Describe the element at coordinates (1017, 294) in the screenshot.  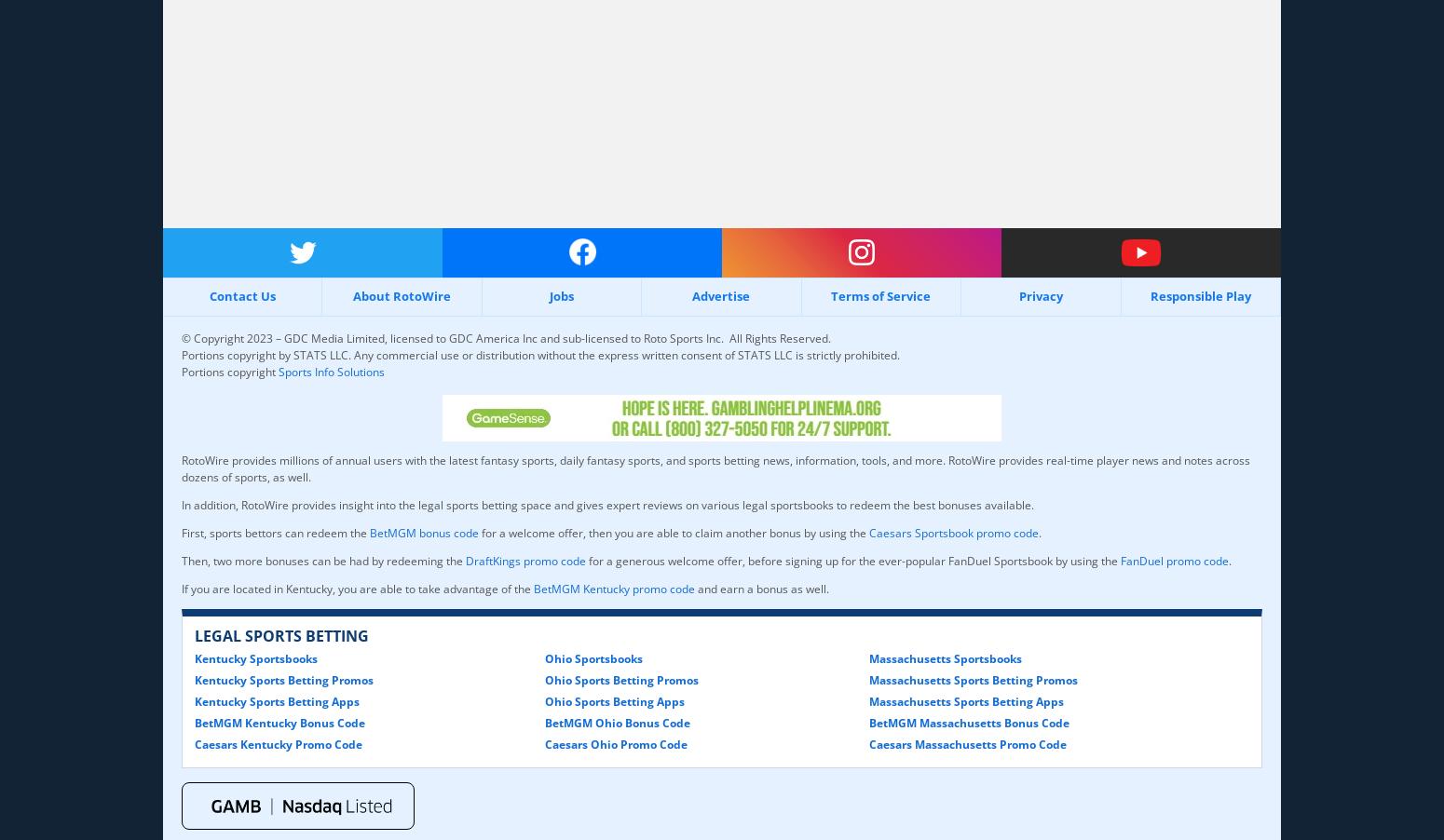
I see `'Privacy'` at that location.